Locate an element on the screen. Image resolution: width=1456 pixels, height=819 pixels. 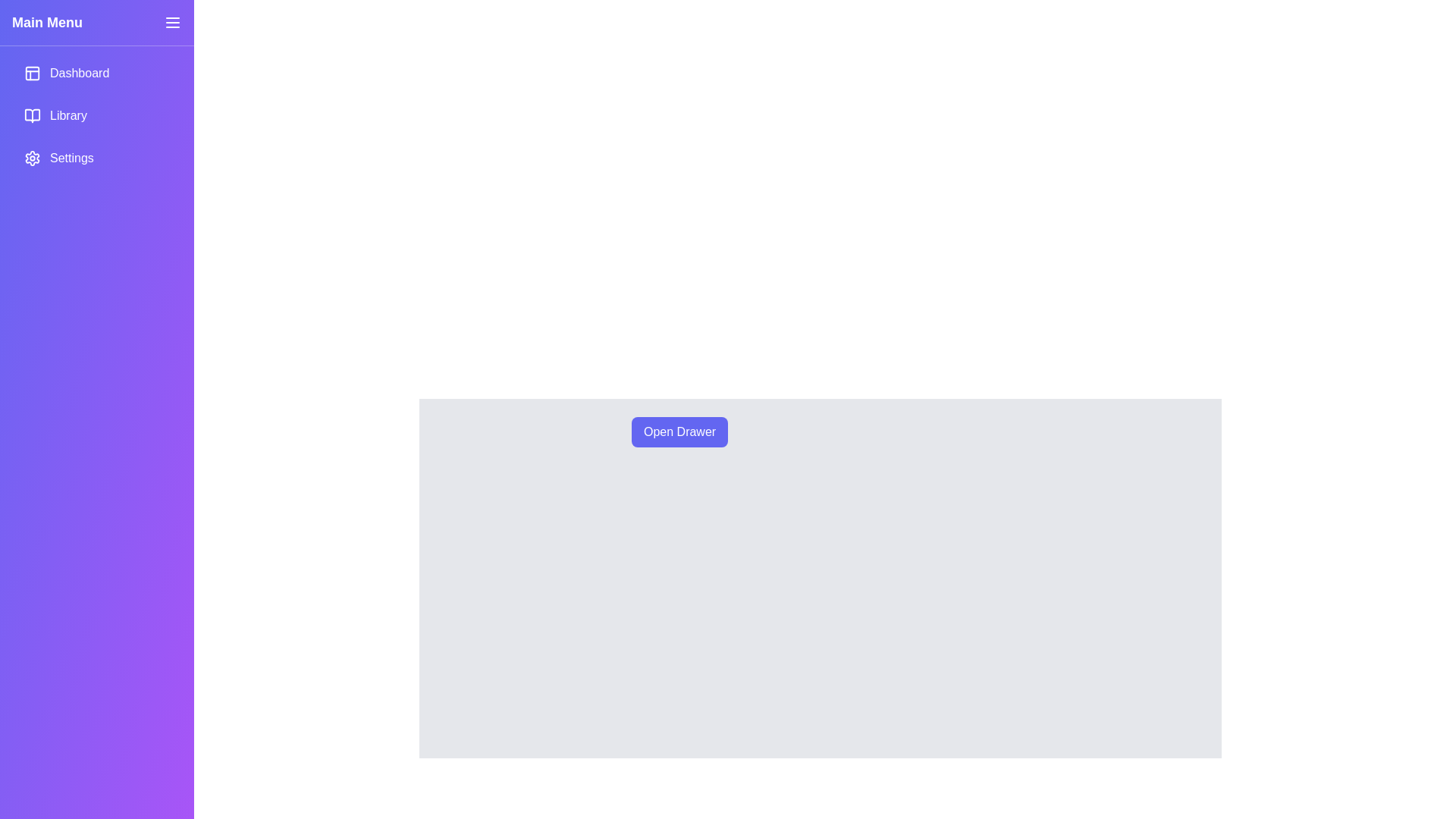
the 'Open Drawer' button to open the drawer is located at coordinates (679, 432).